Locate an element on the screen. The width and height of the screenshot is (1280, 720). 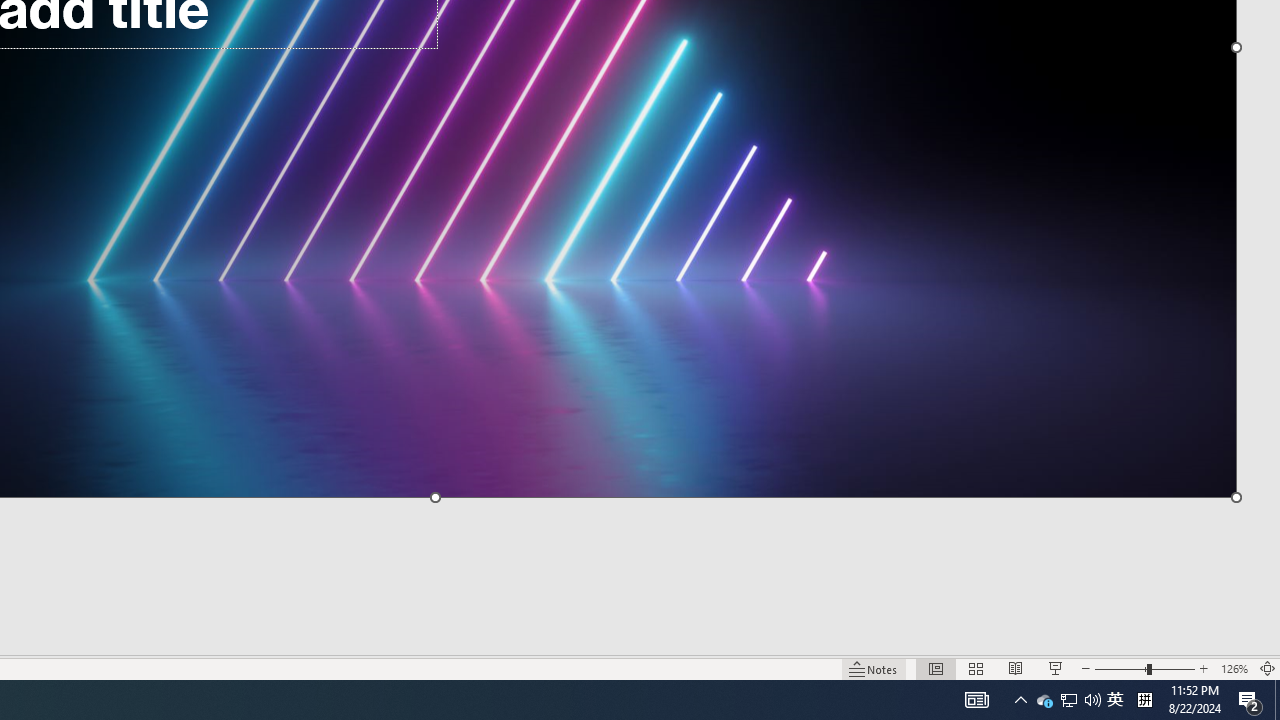
'Zoom 126%' is located at coordinates (1233, 669).